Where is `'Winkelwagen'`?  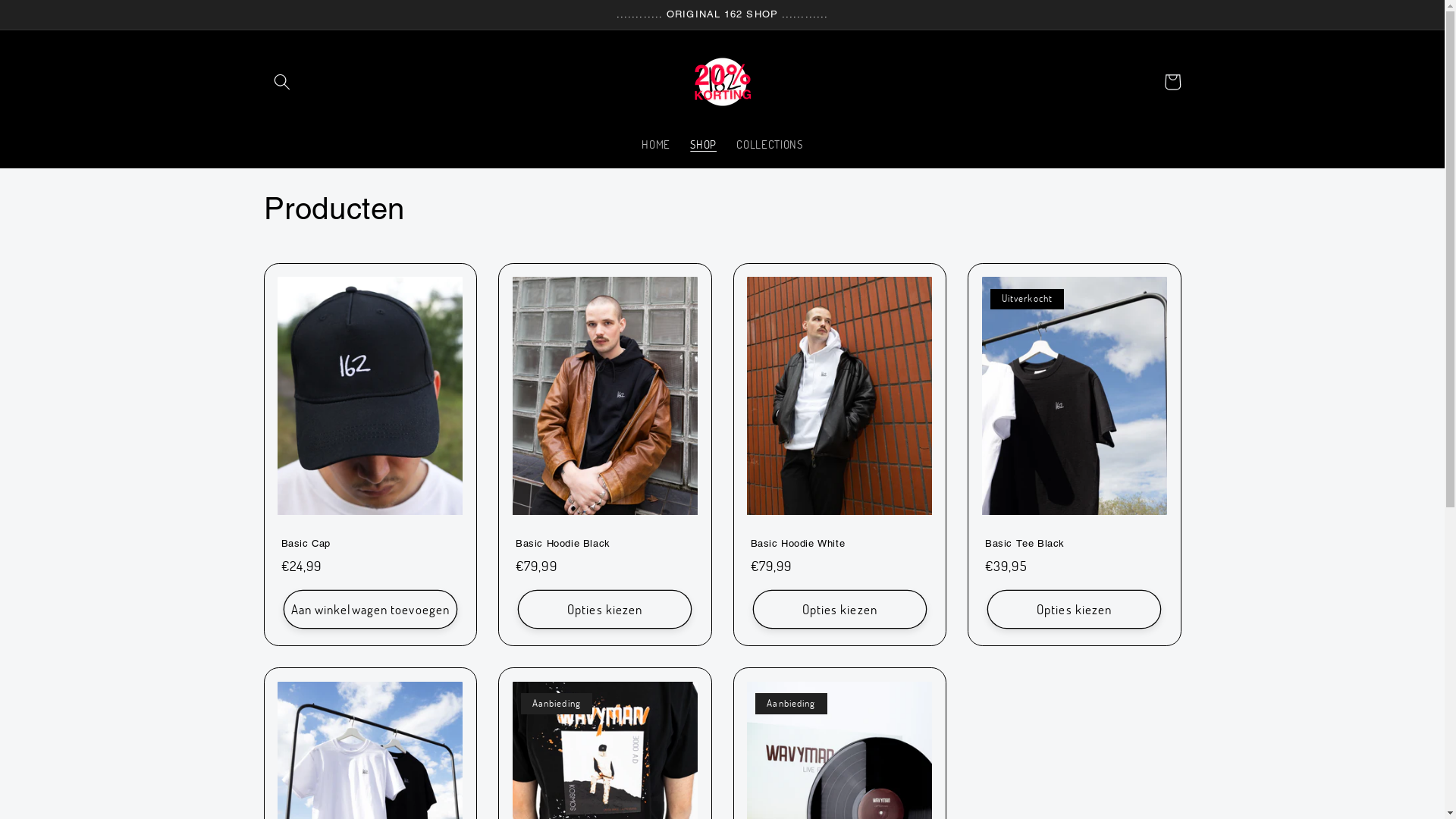 'Winkelwagen' is located at coordinates (1171, 82).